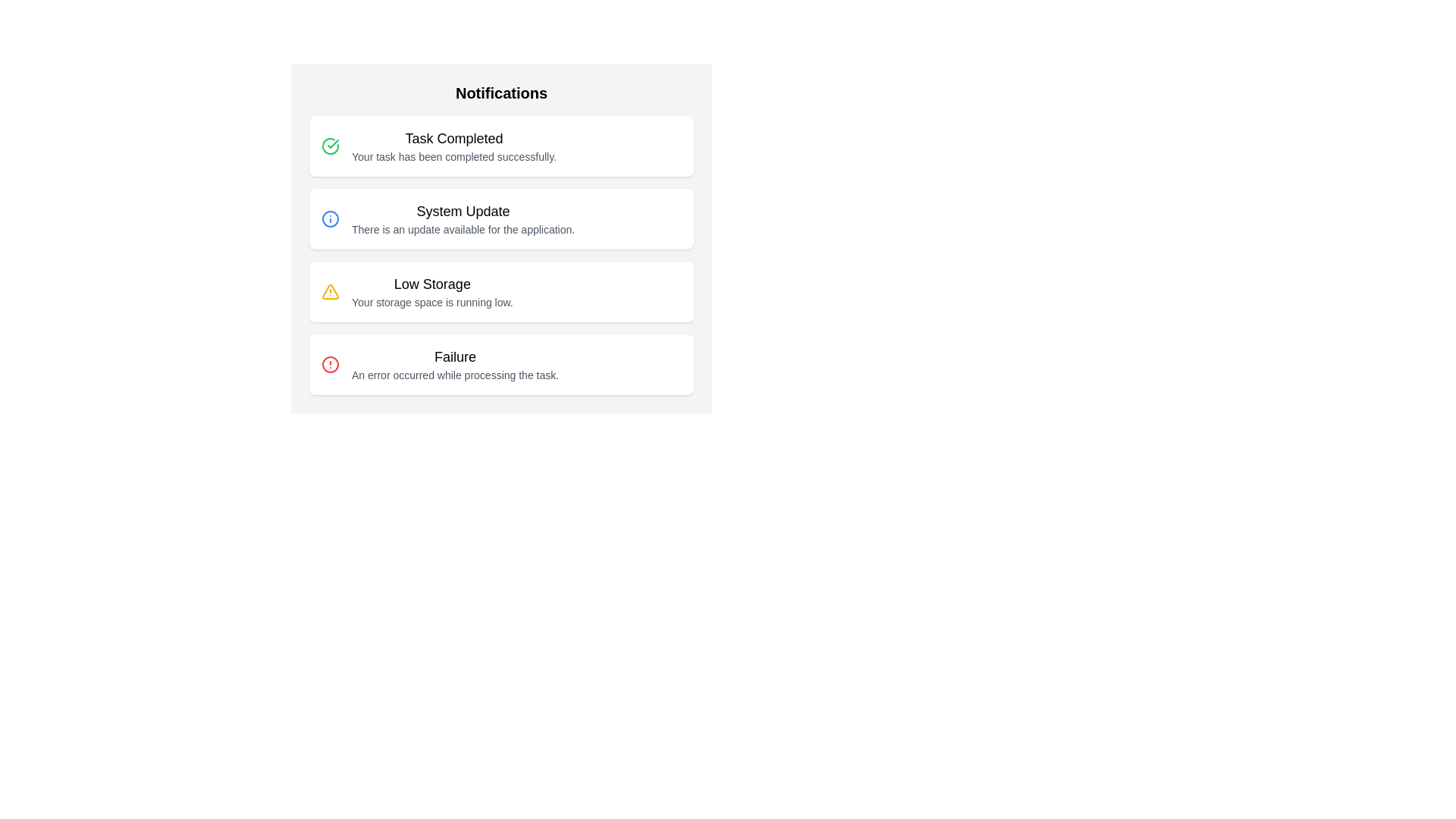  What do you see at coordinates (453, 157) in the screenshot?
I see `text string 'Your task has been completed successfully.' located immediately below the heading 'Task Completed' in the first notification card` at bounding box center [453, 157].